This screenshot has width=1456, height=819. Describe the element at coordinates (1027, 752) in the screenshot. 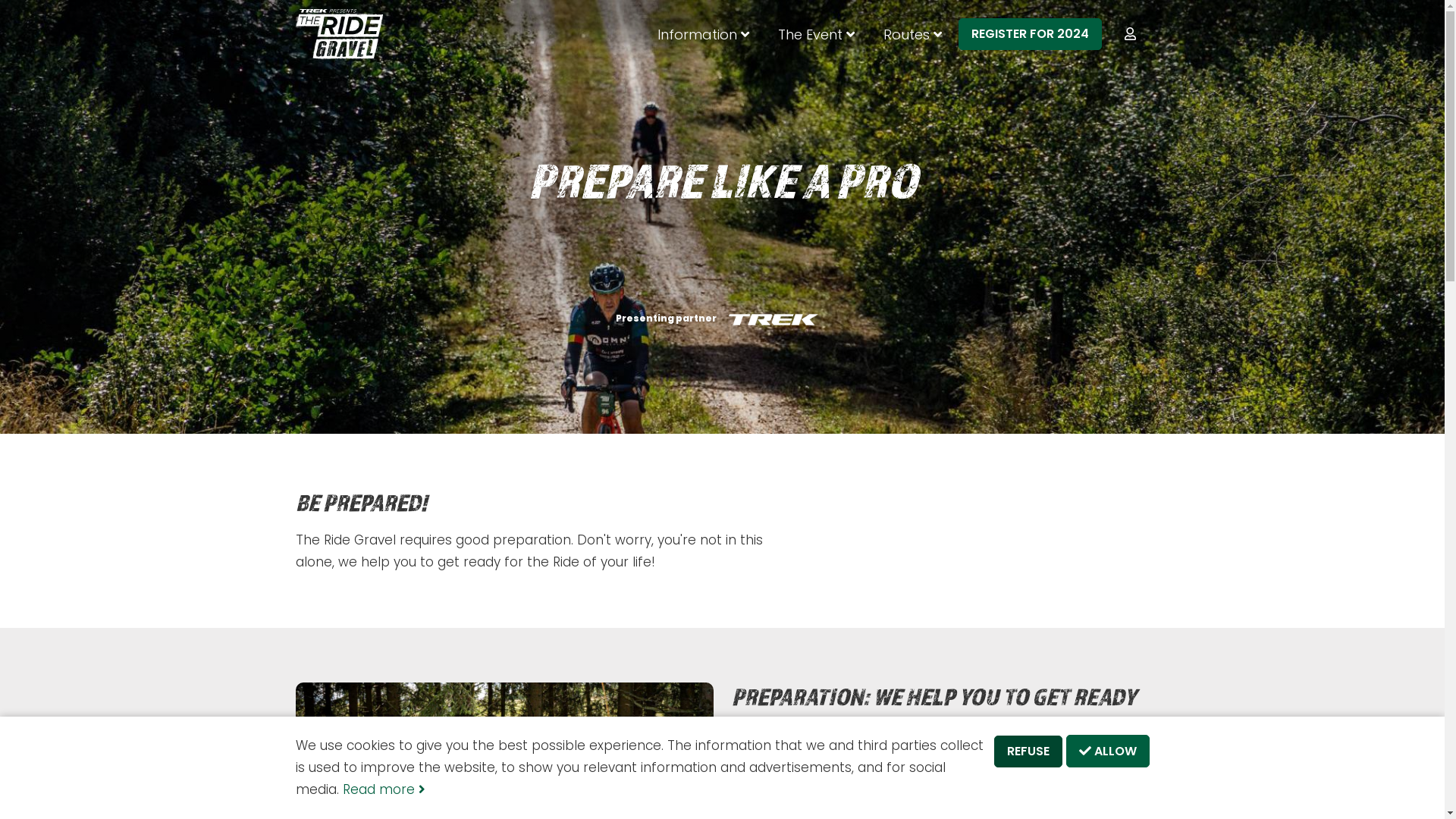

I see `'REFUSE'` at that location.